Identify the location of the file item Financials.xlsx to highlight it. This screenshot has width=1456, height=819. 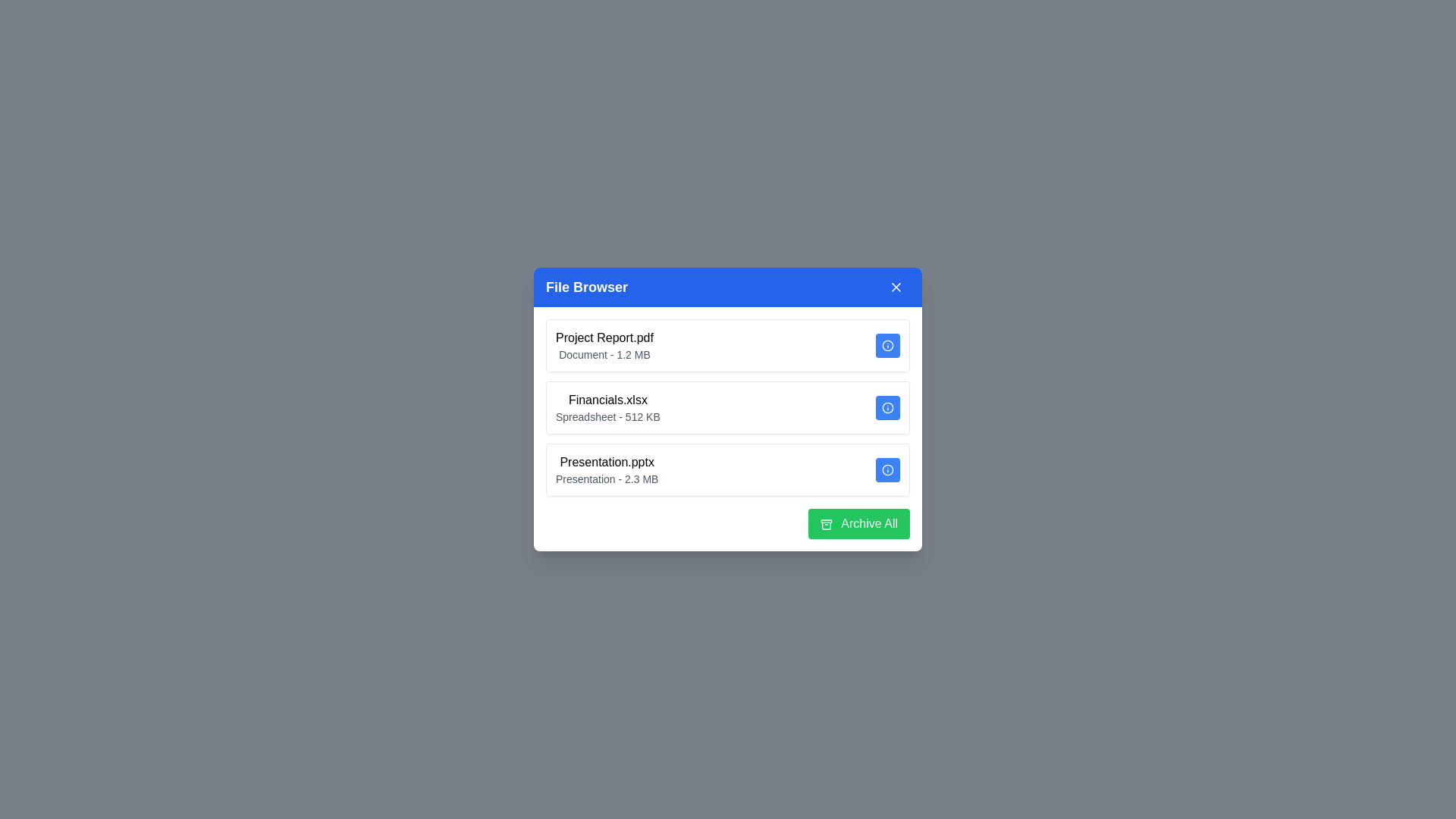
(728, 406).